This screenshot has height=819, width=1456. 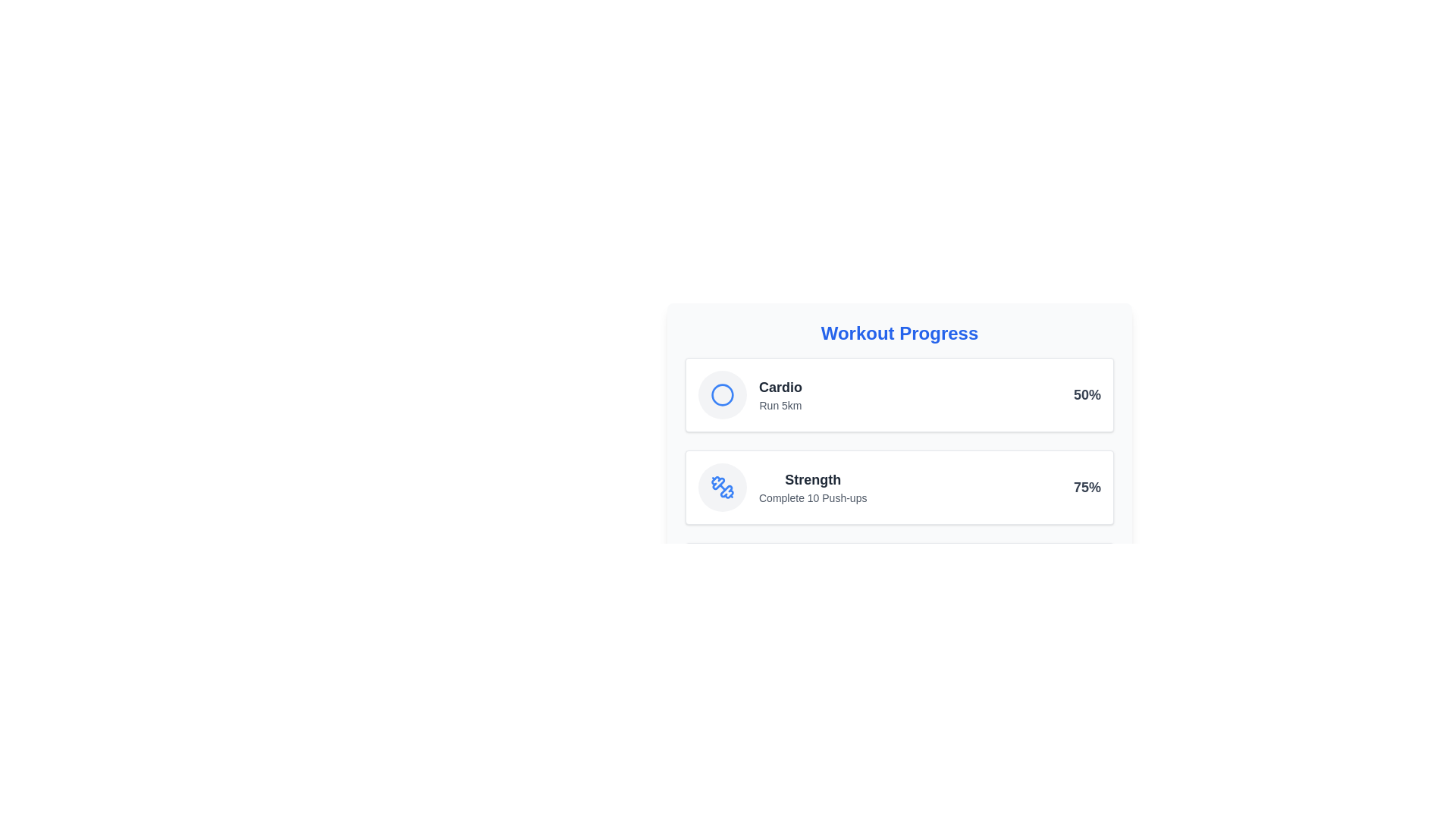 I want to click on the 'Strength' list item showing a progress of 75%, so click(x=899, y=488).